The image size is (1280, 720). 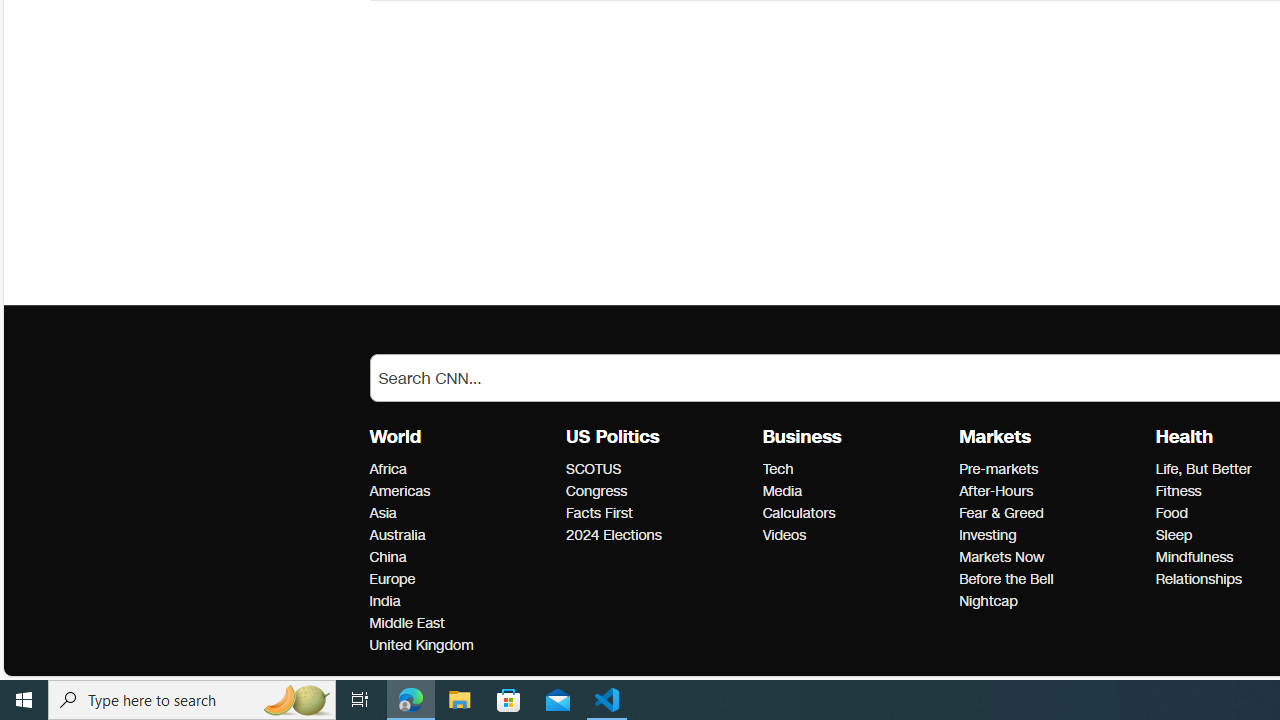 What do you see at coordinates (1050, 469) in the screenshot?
I see `'Pre-markets'` at bounding box center [1050, 469].